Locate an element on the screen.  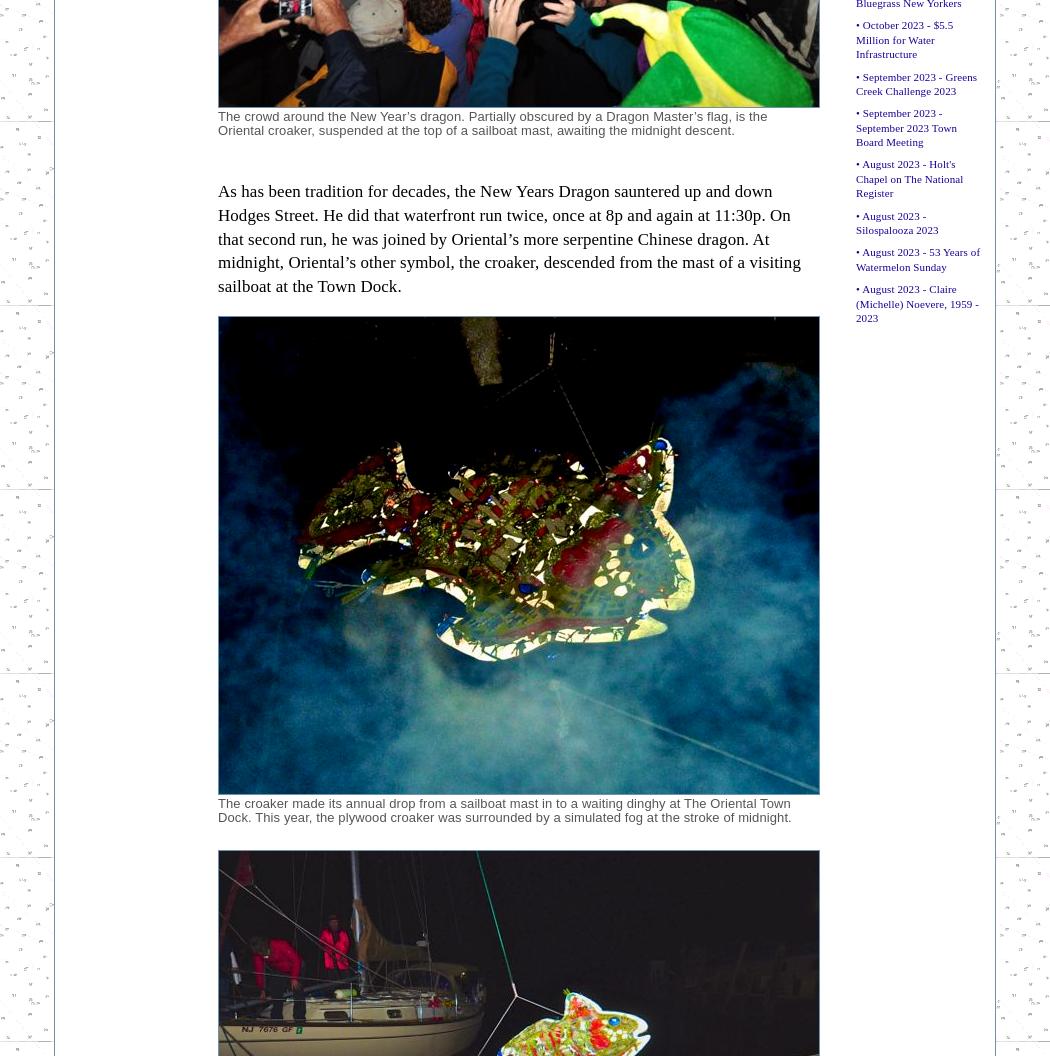
'•  September 2023 - Greens Creek Challenge 2023' is located at coordinates (916, 82).